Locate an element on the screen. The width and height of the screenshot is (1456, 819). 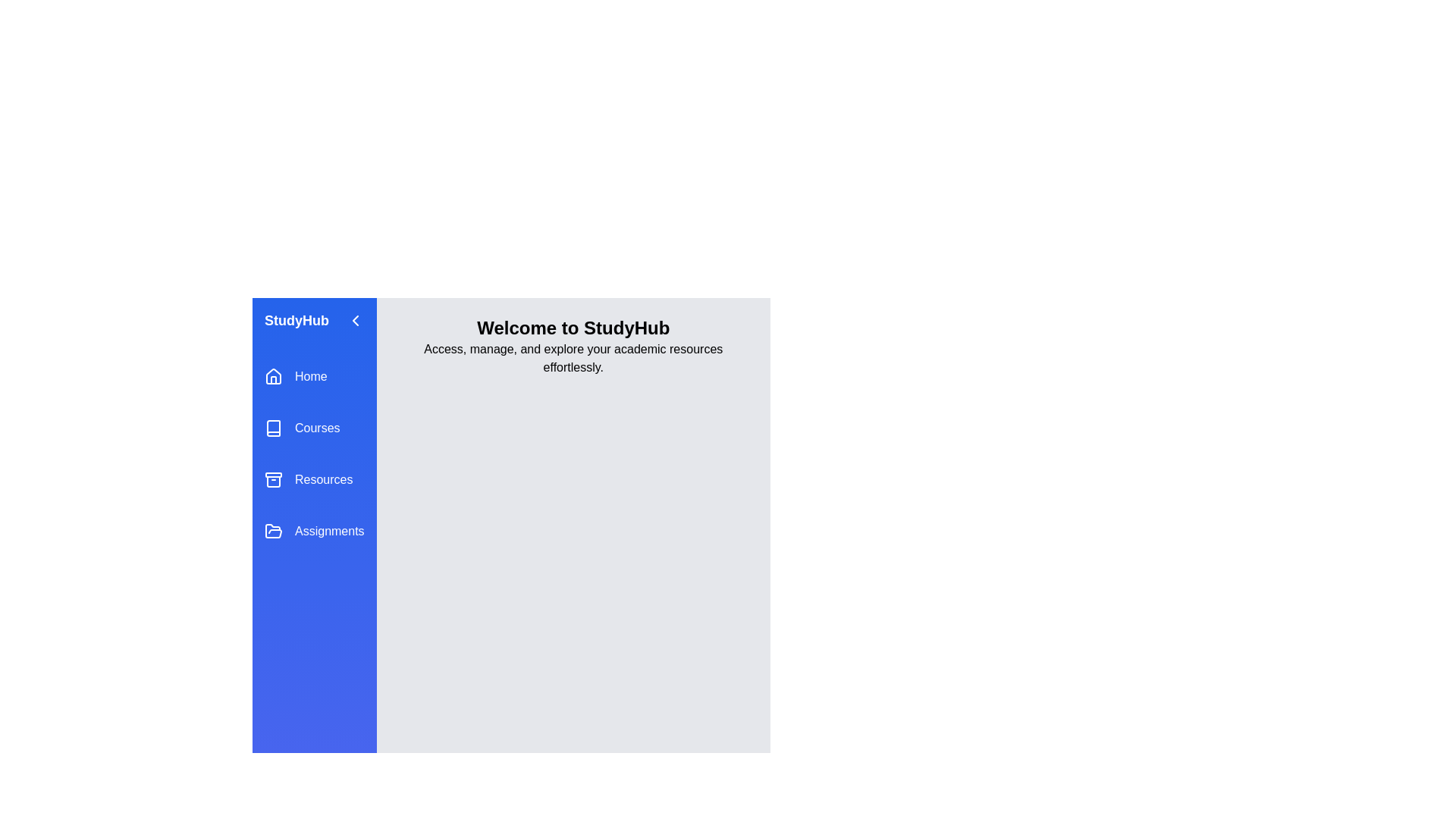
the arrow button to toggle the drawer state is located at coordinates (354, 320).